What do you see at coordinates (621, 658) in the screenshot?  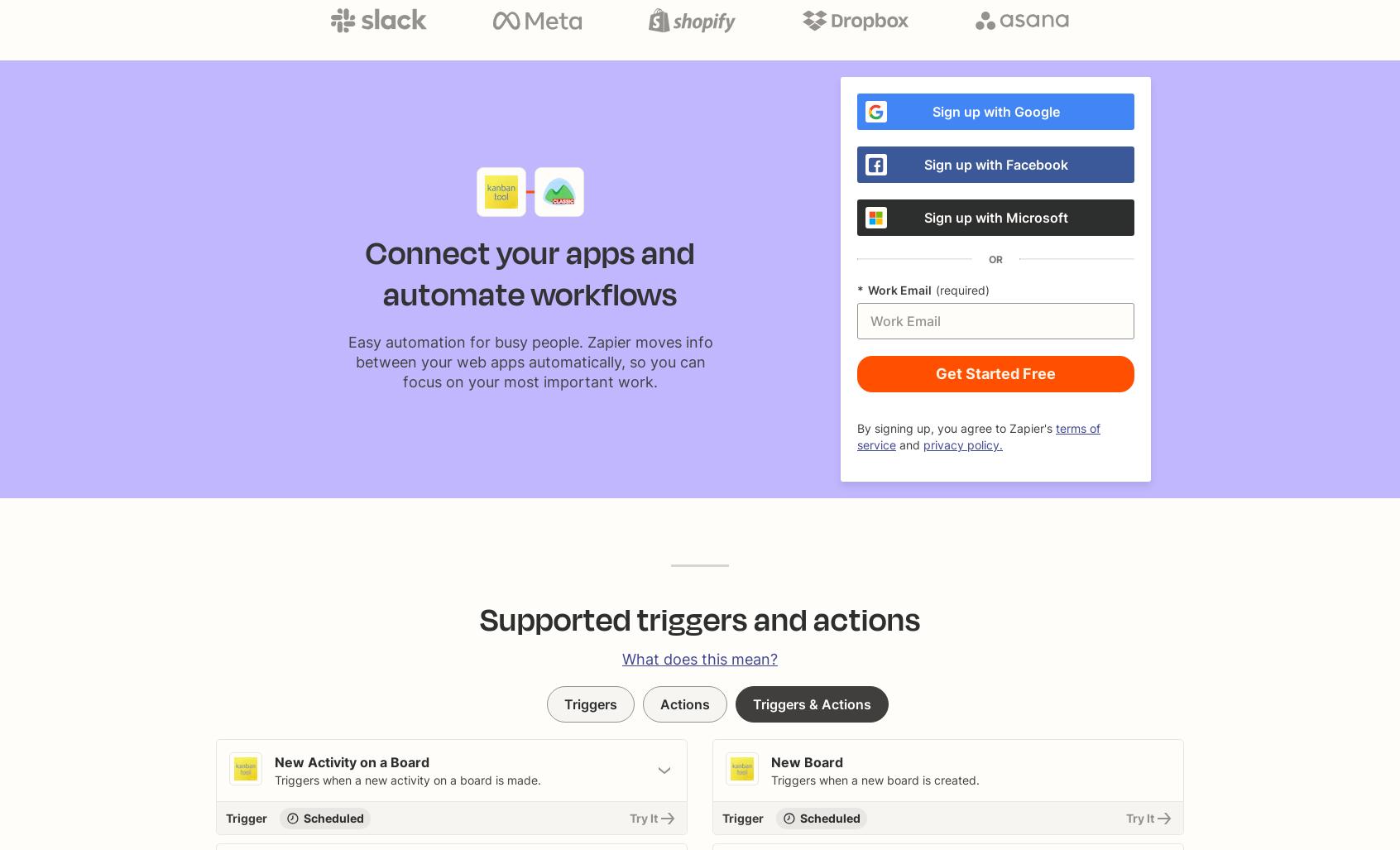 I see `'What does this mean?'` at bounding box center [621, 658].